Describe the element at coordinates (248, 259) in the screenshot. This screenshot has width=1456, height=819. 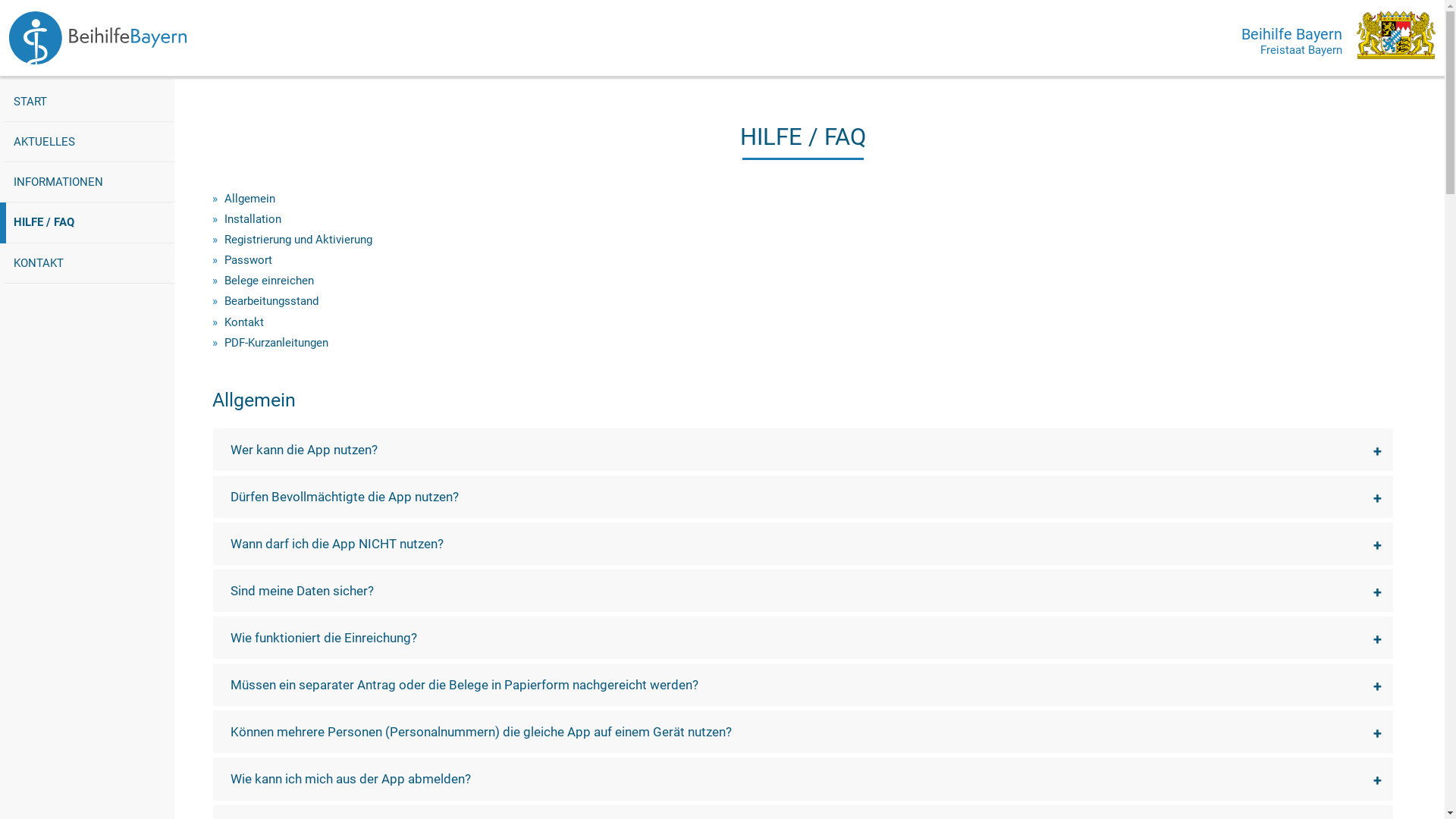
I see `'Passwort'` at that location.